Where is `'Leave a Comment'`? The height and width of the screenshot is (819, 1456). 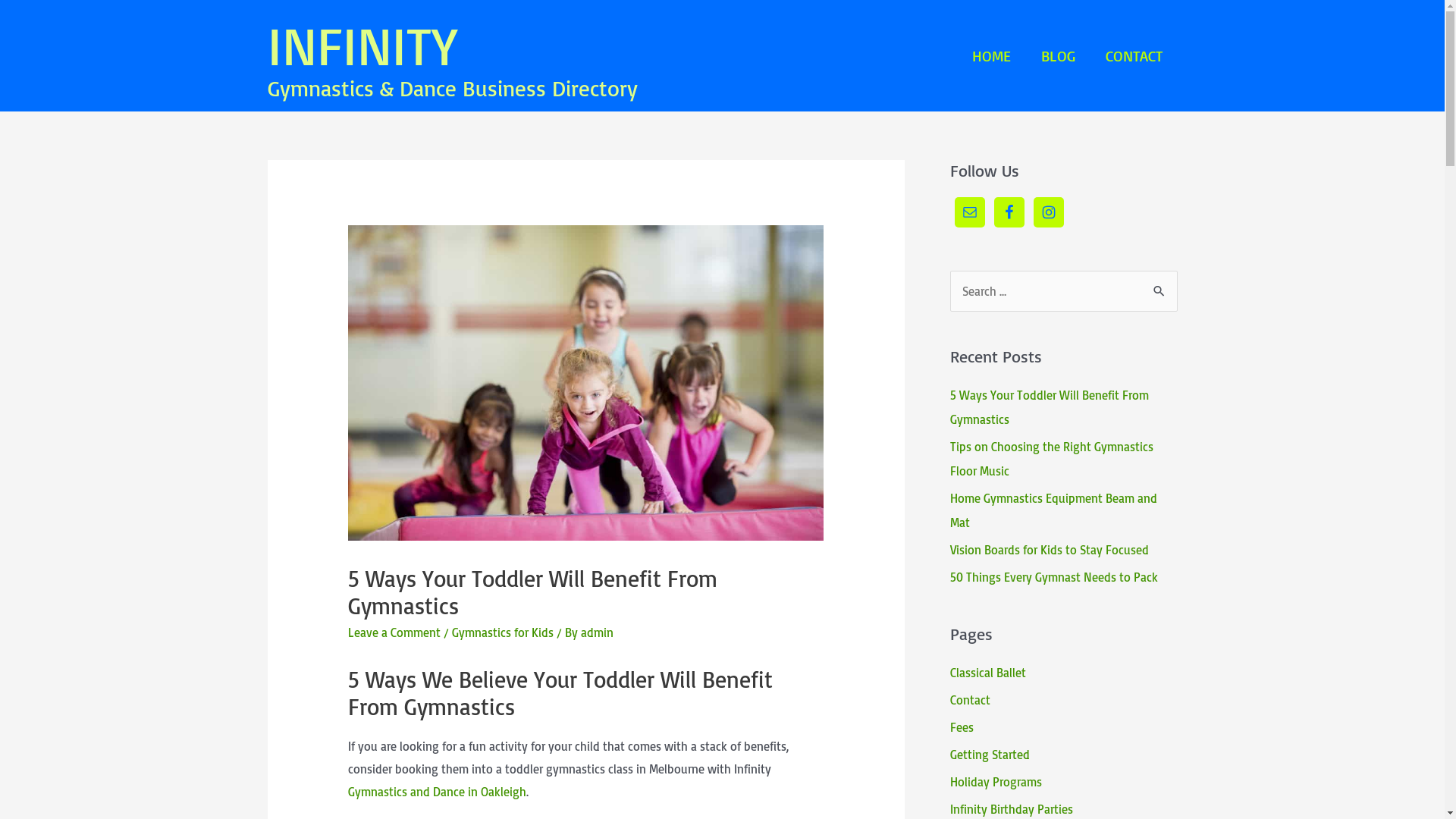
'Leave a Comment' is located at coordinates (394, 632).